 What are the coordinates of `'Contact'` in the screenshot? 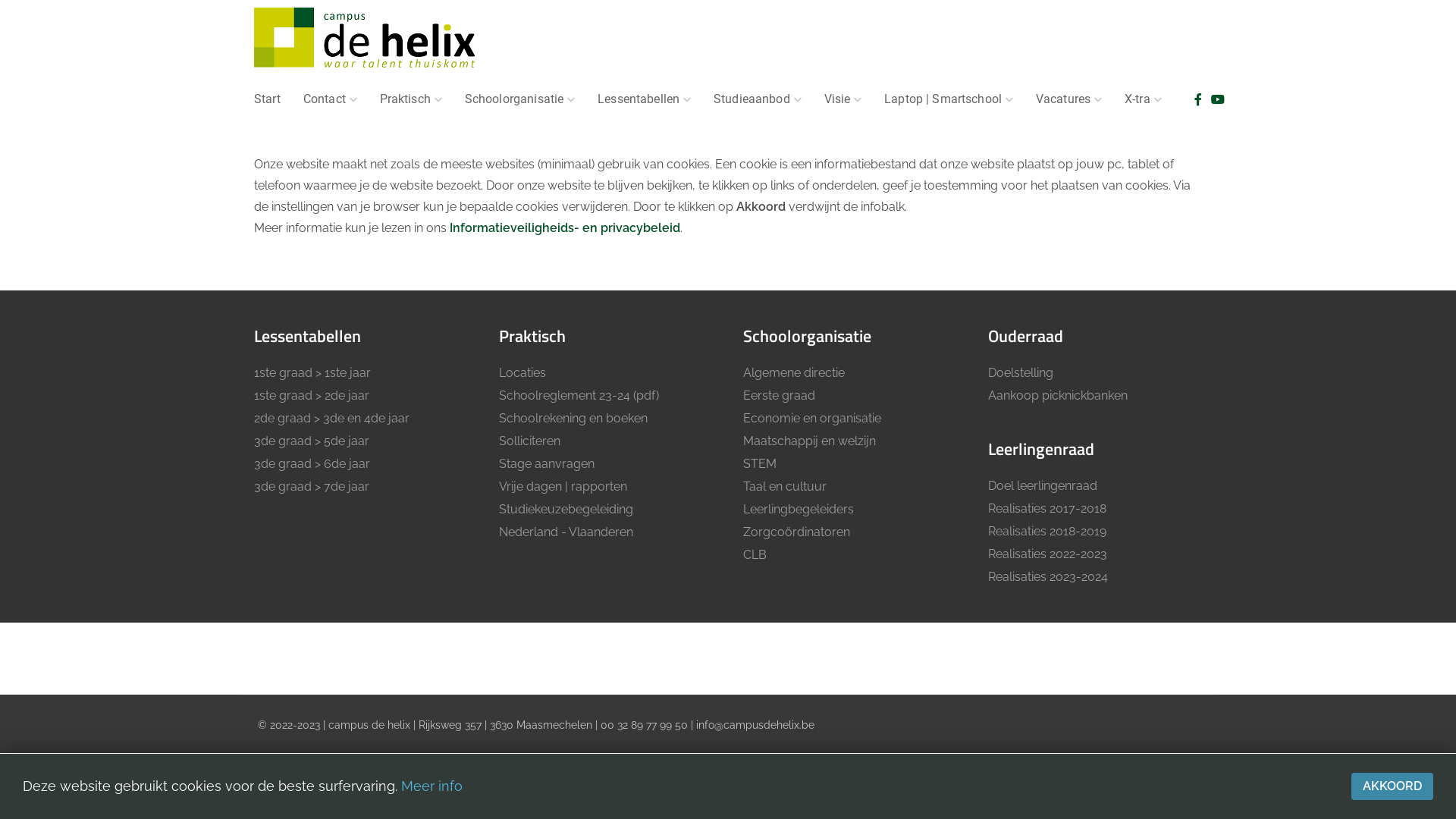 It's located at (329, 99).